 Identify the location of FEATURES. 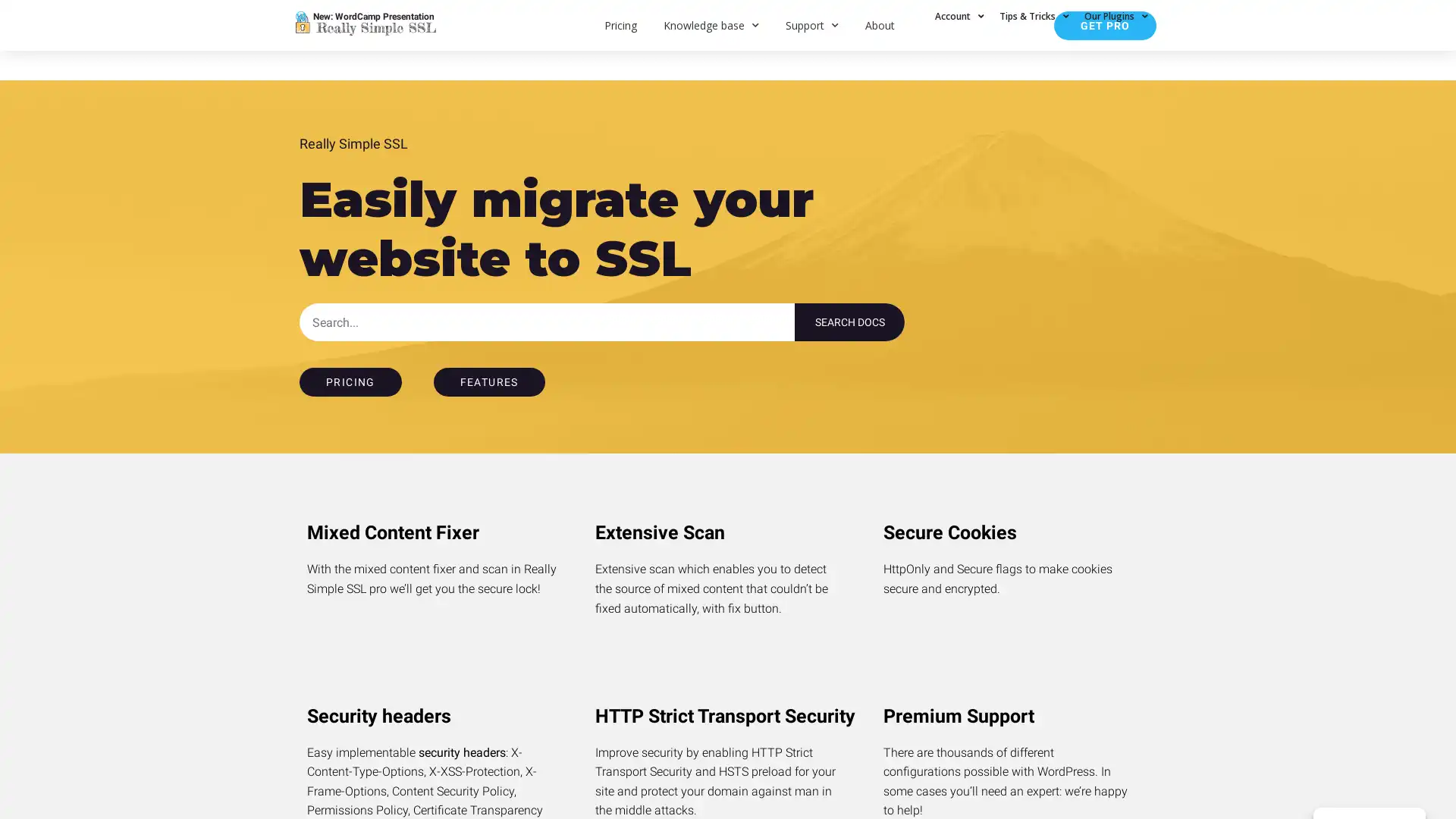
(488, 381).